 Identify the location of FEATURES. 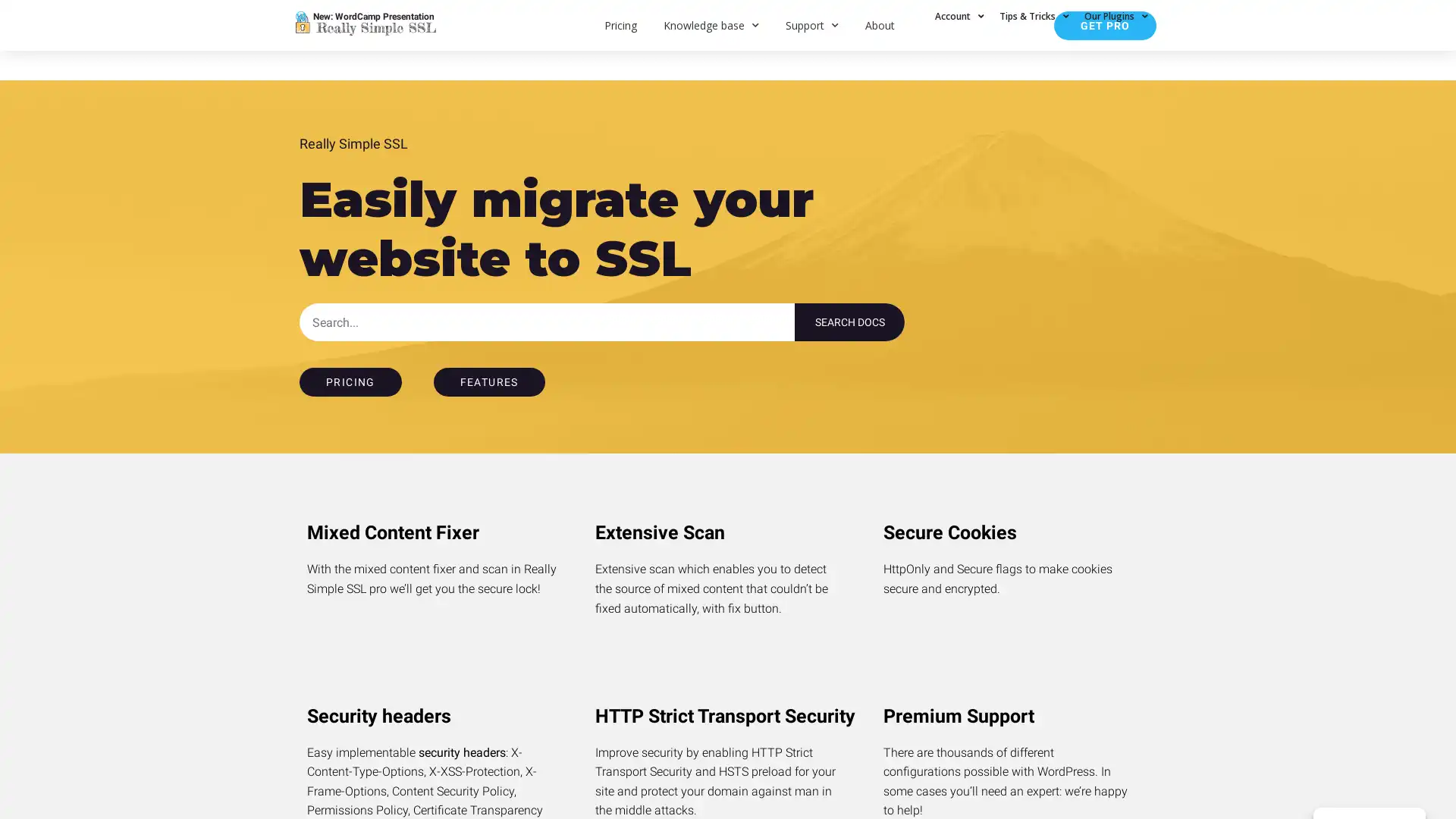
(488, 381).